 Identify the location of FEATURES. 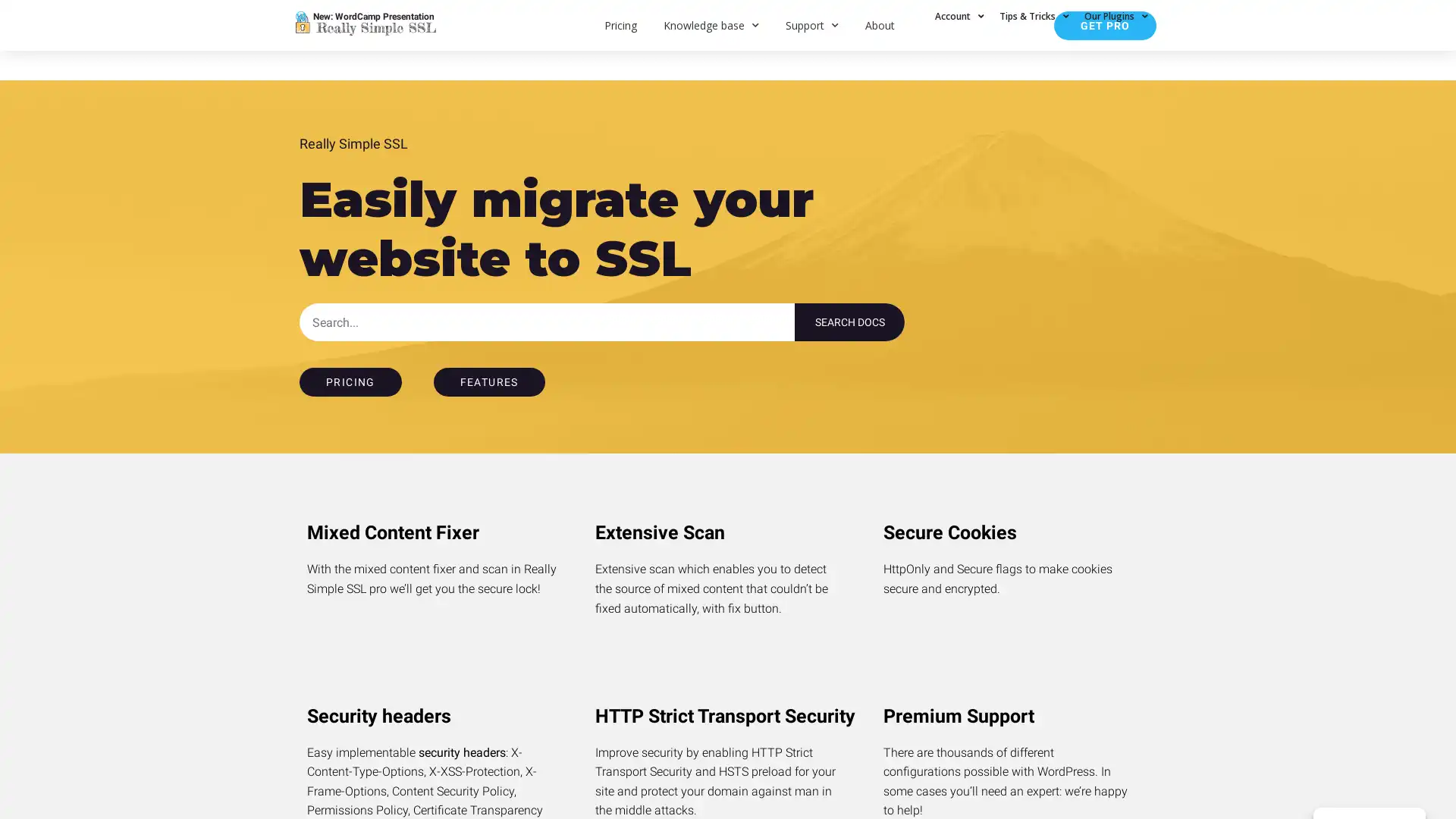
(488, 381).